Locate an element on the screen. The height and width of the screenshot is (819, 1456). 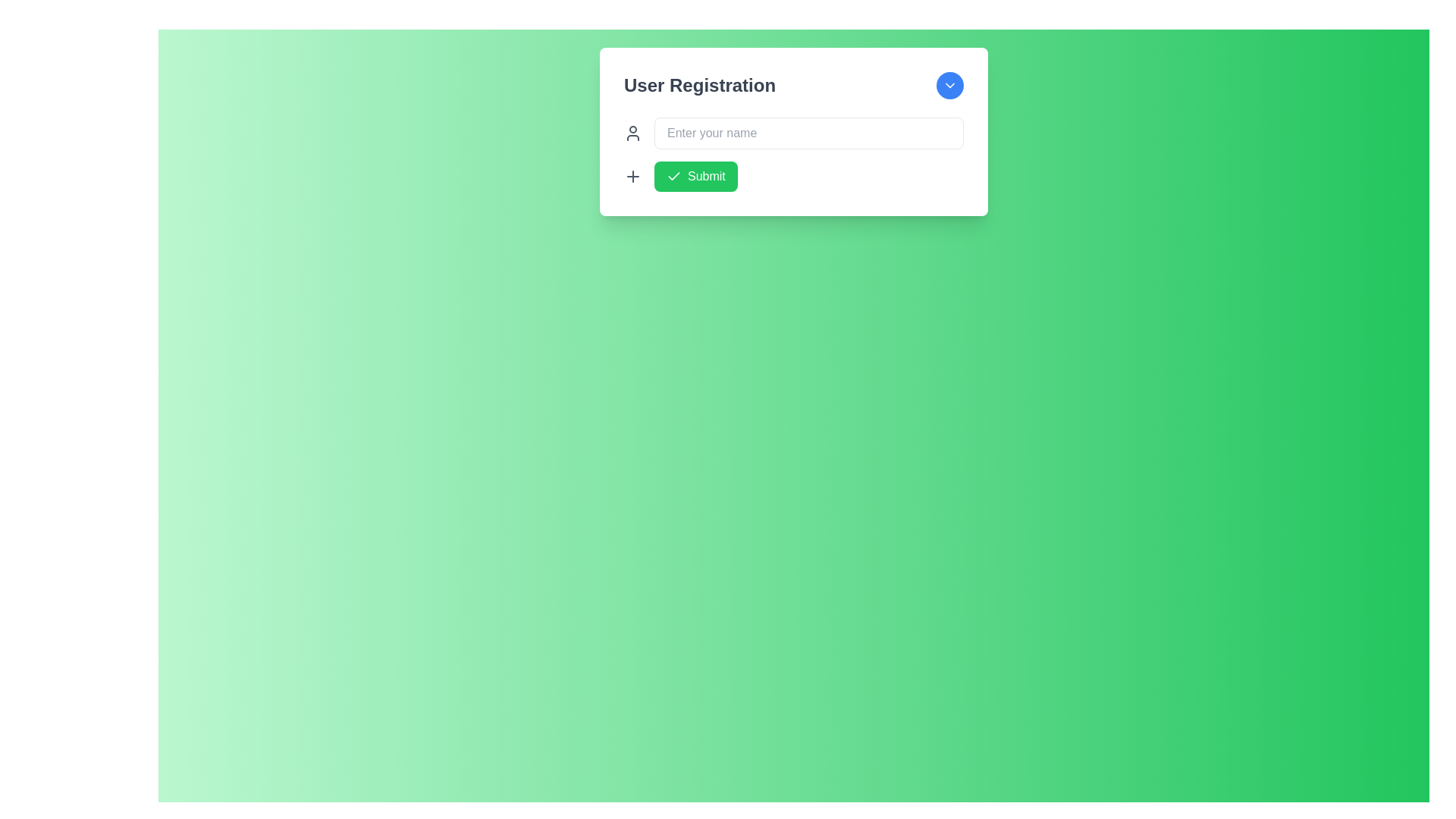
the 'plus' icon, which is a gray stroke graphical button positioned to the left of the 'Submit' button is located at coordinates (633, 175).